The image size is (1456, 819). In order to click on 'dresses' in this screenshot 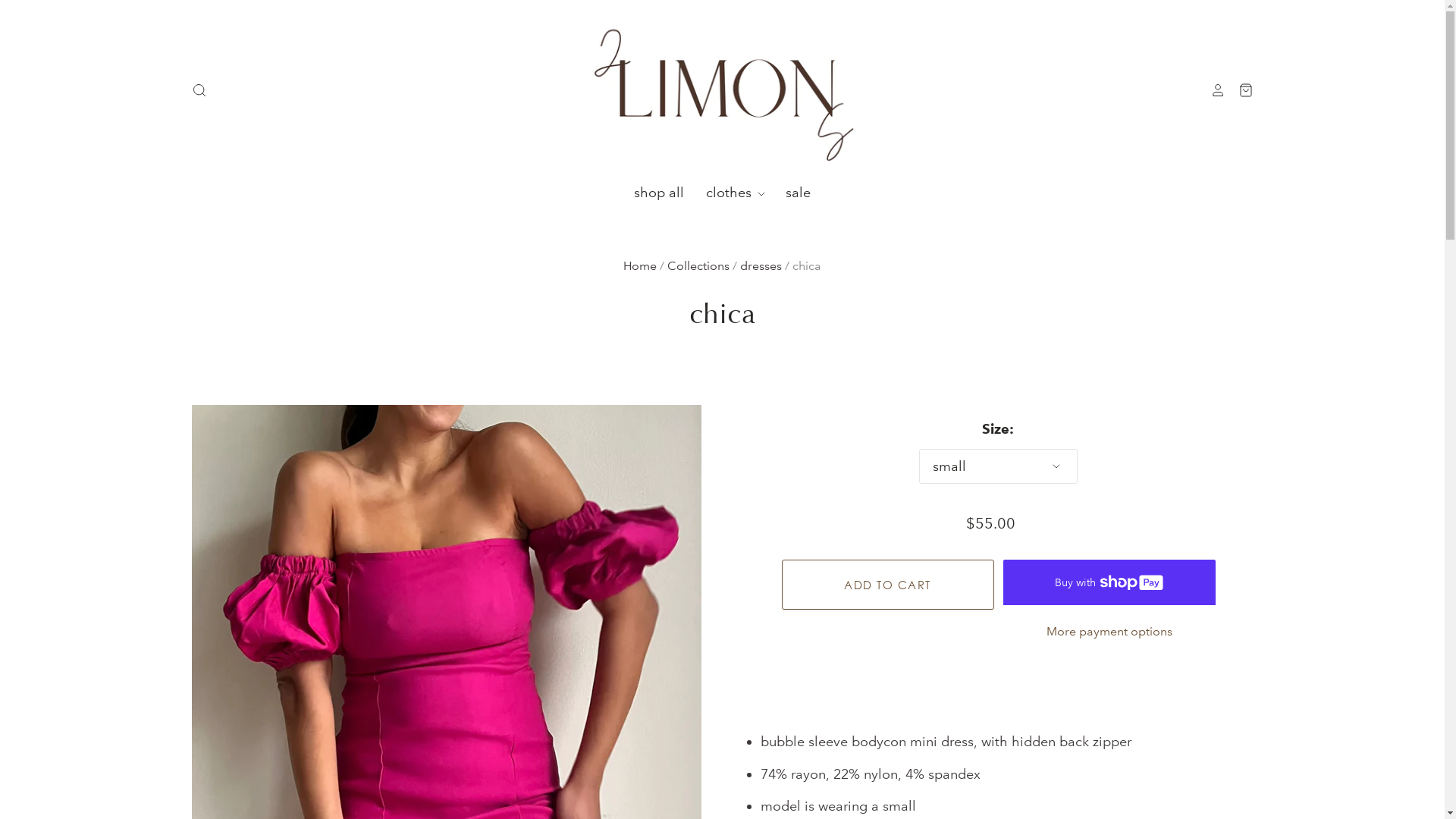, I will do `click(761, 265)`.